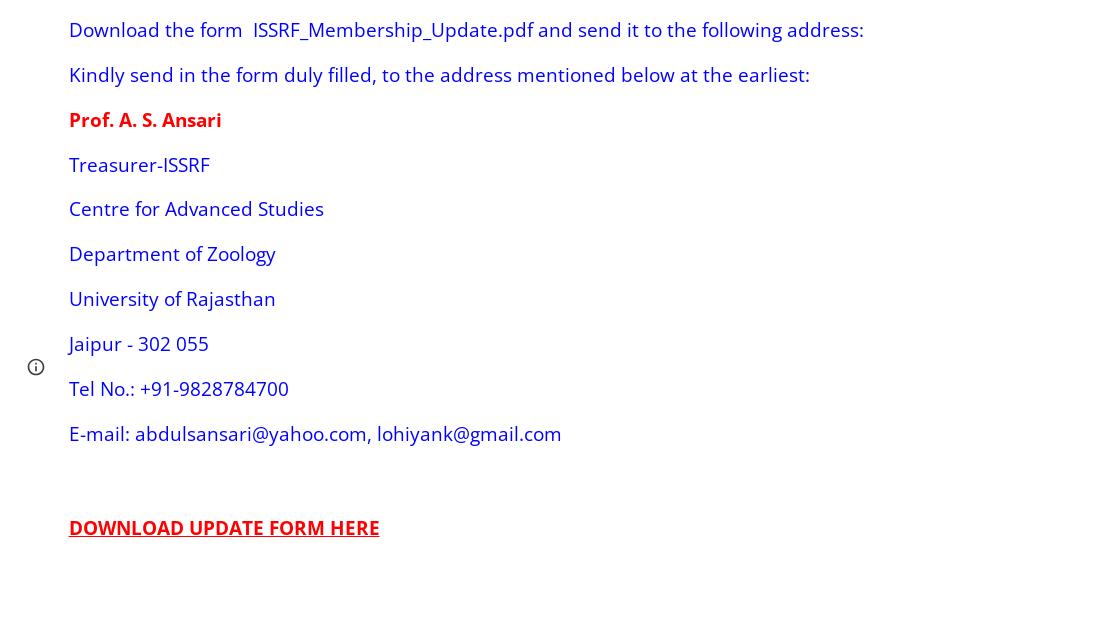  I want to click on '9828784700', so click(232, 387).